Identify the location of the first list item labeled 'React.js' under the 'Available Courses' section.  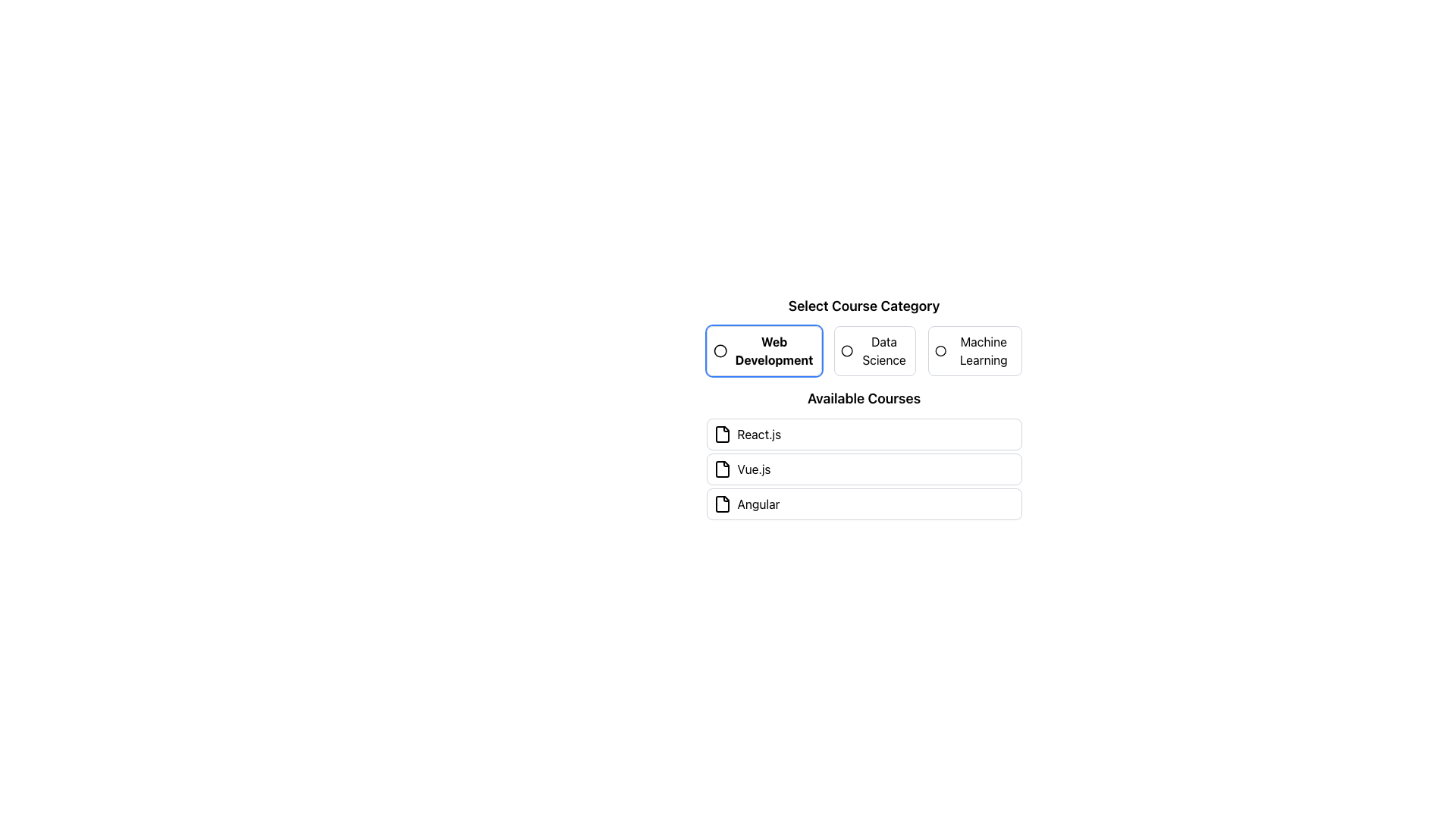
(864, 435).